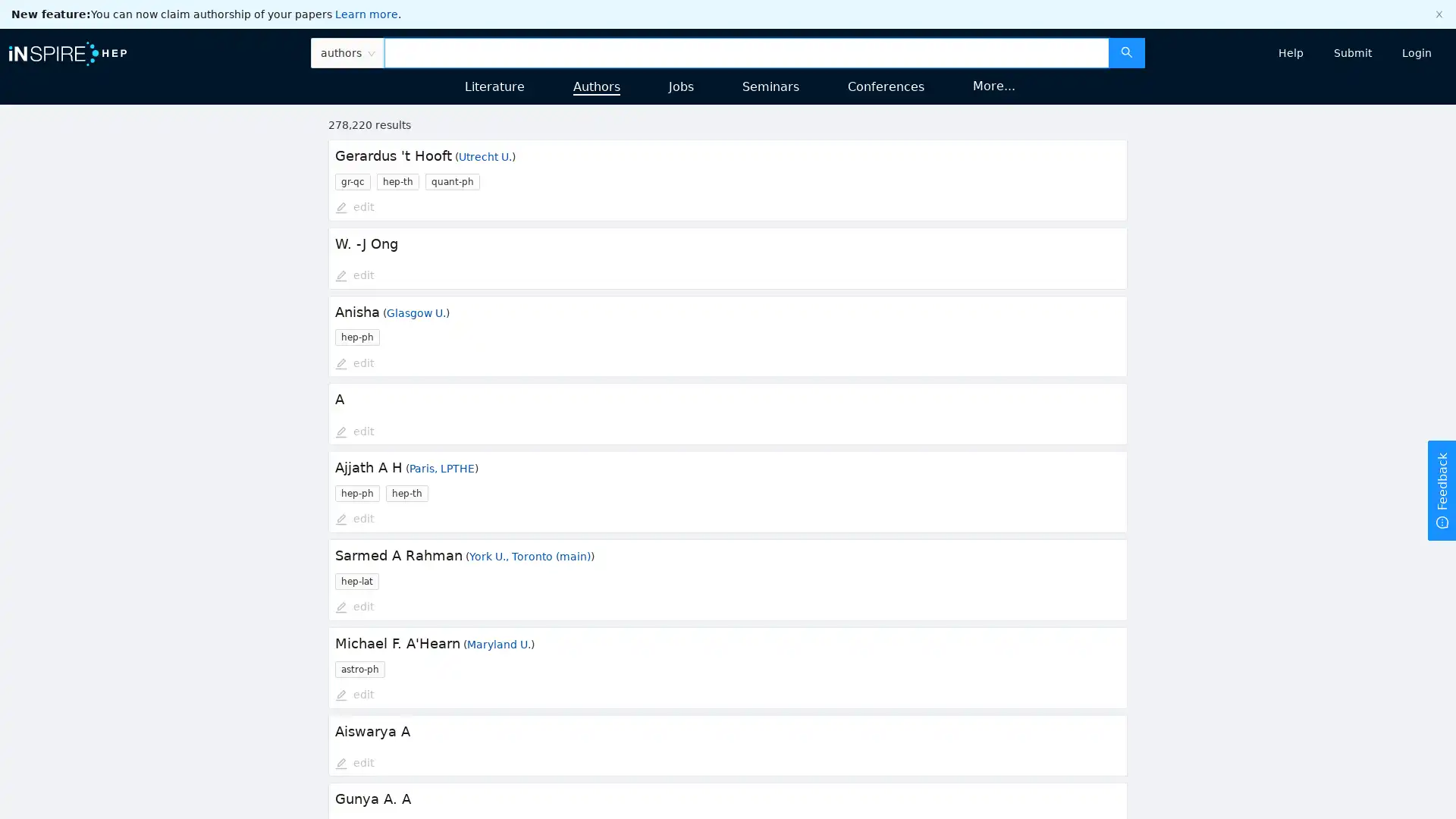 The width and height of the screenshot is (1456, 819). Describe the element at coordinates (353, 275) in the screenshot. I see `edit edit` at that location.